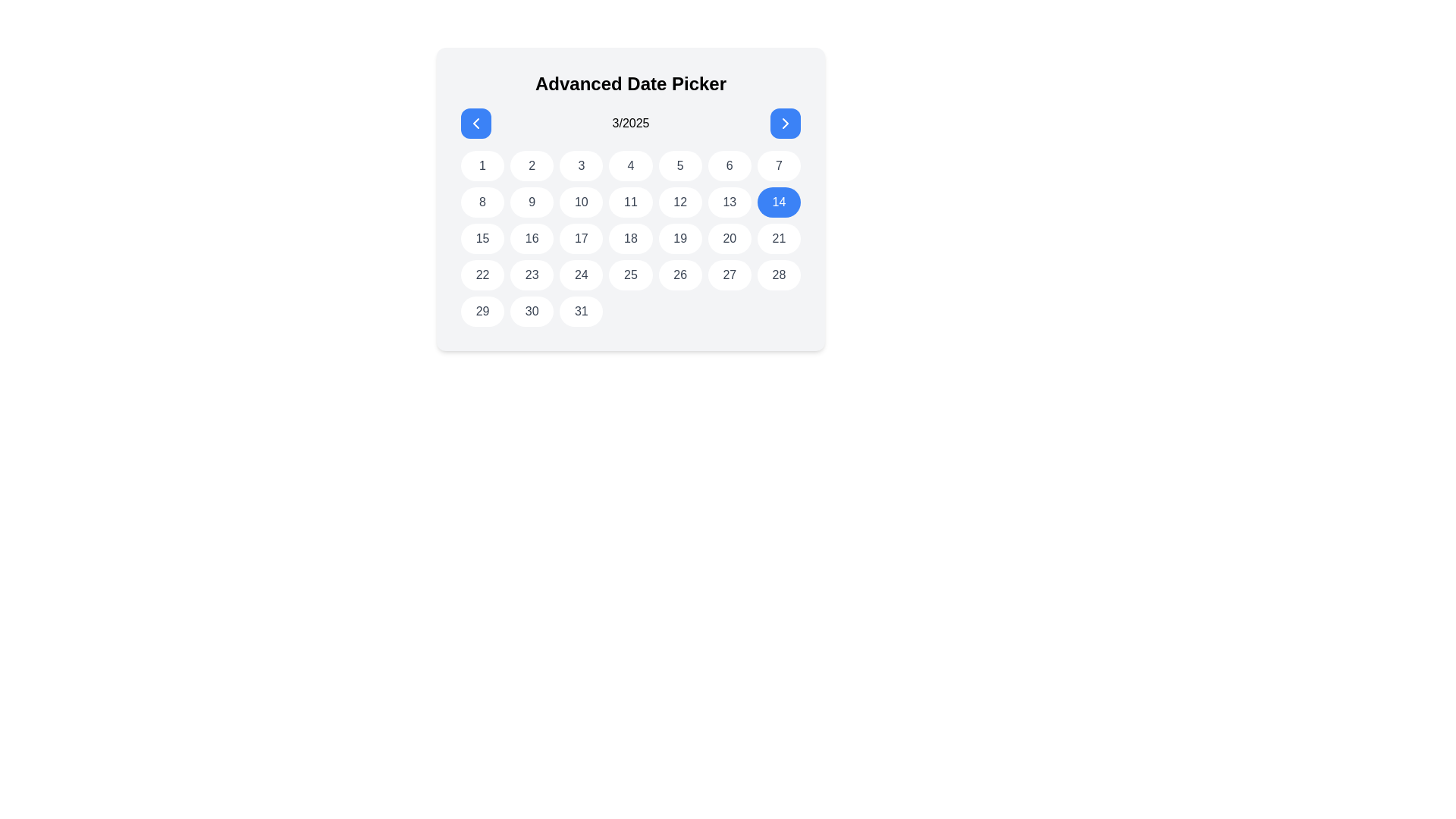 This screenshot has width=1456, height=819. Describe the element at coordinates (679, 201) in the screenshot. I see `the circular button labeled '12' in the date picker interface` at that location.